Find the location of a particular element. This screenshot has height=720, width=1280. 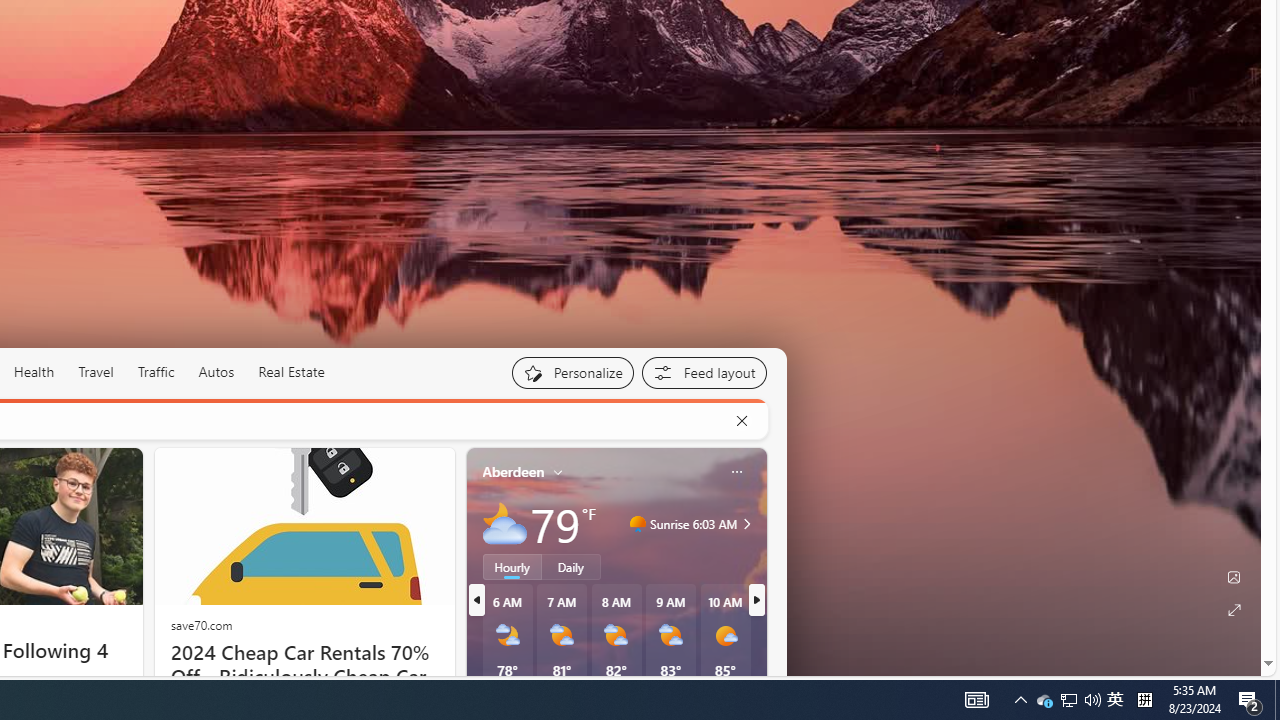

'next' is located at coordinates (755, 599).